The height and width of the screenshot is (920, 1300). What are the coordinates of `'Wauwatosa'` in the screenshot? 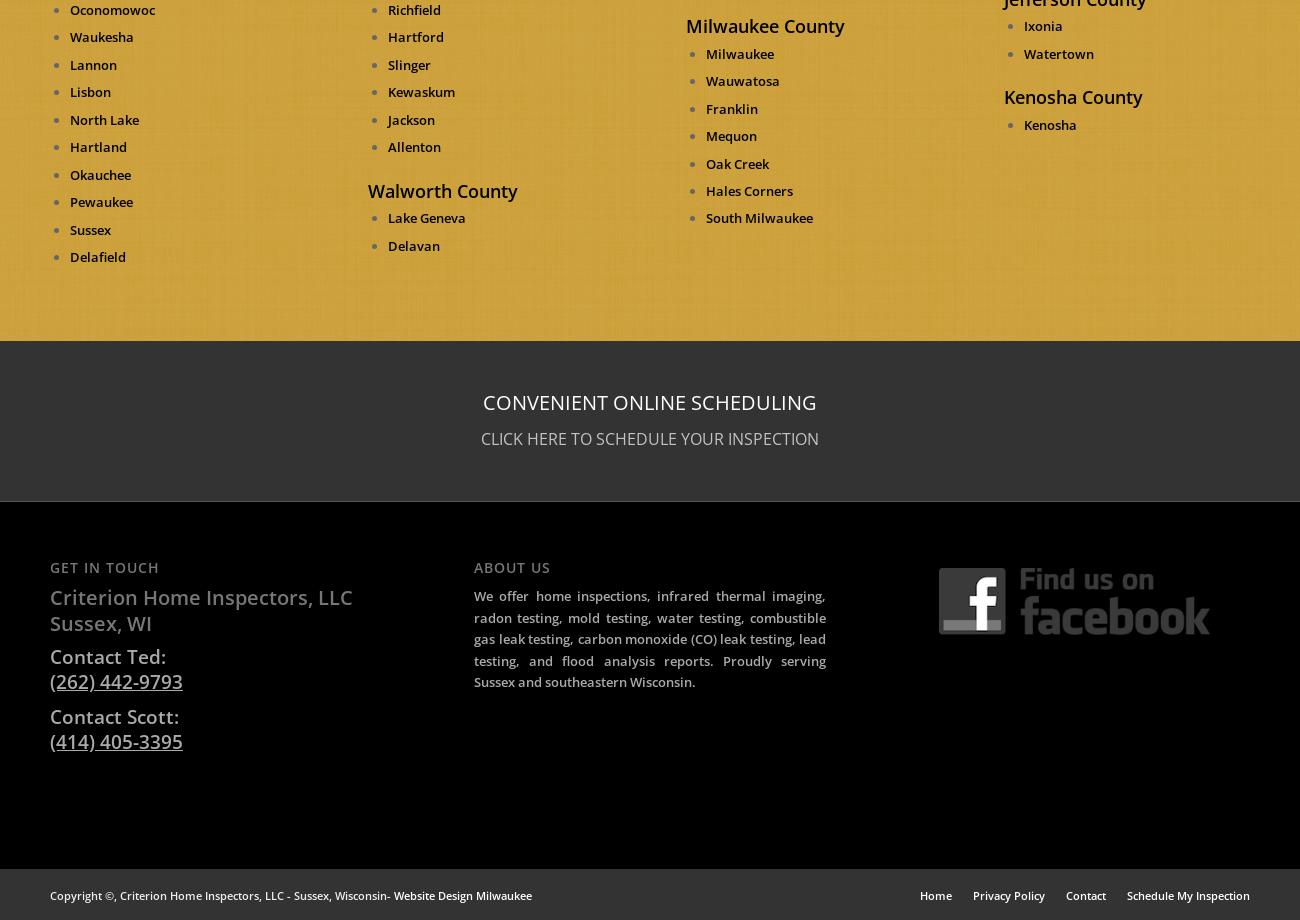 It's located at (742, 80).